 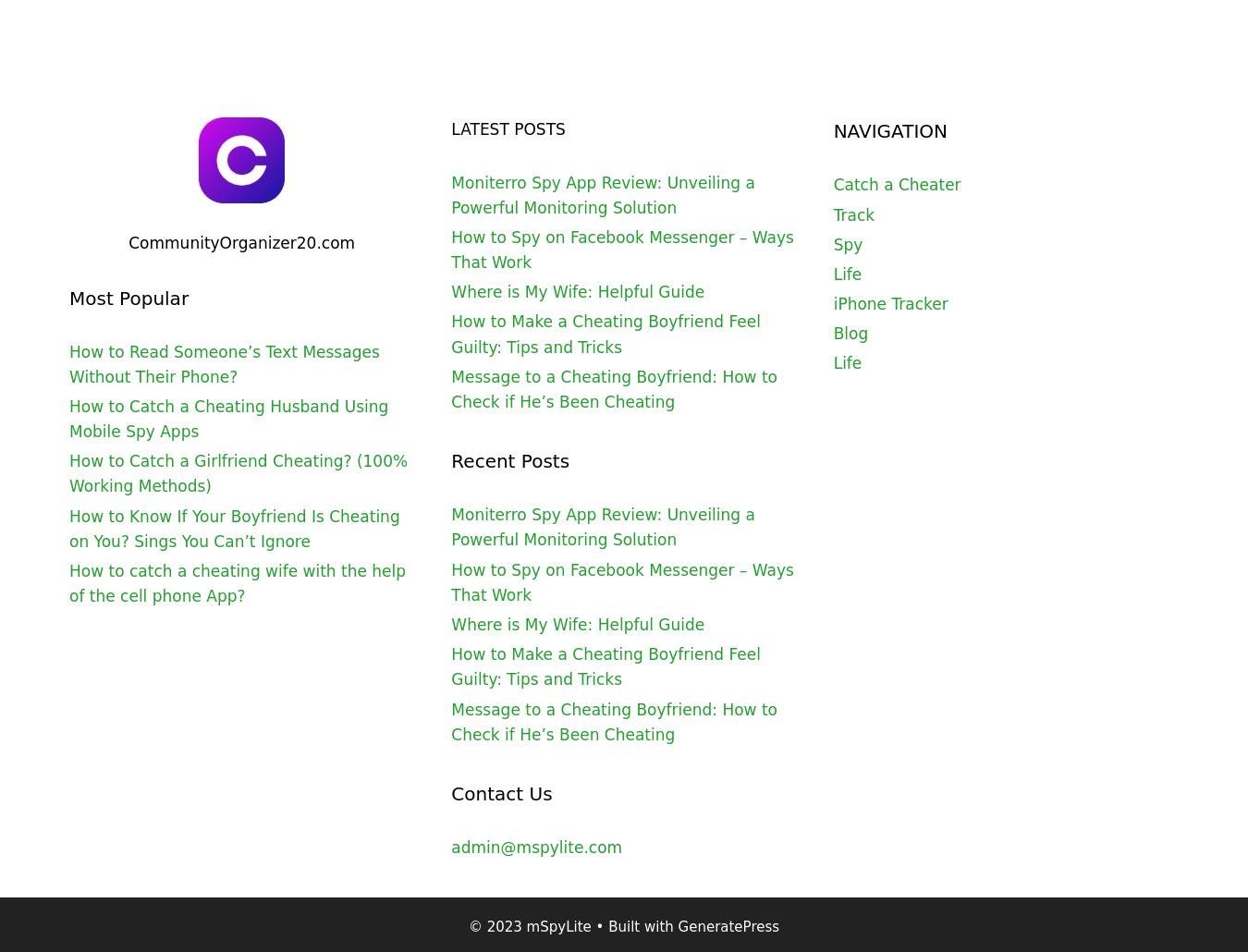 What do you see at coordinates (850, 334) in the screenshot?
I see `'Blog'` at bounding box center [850, 334].